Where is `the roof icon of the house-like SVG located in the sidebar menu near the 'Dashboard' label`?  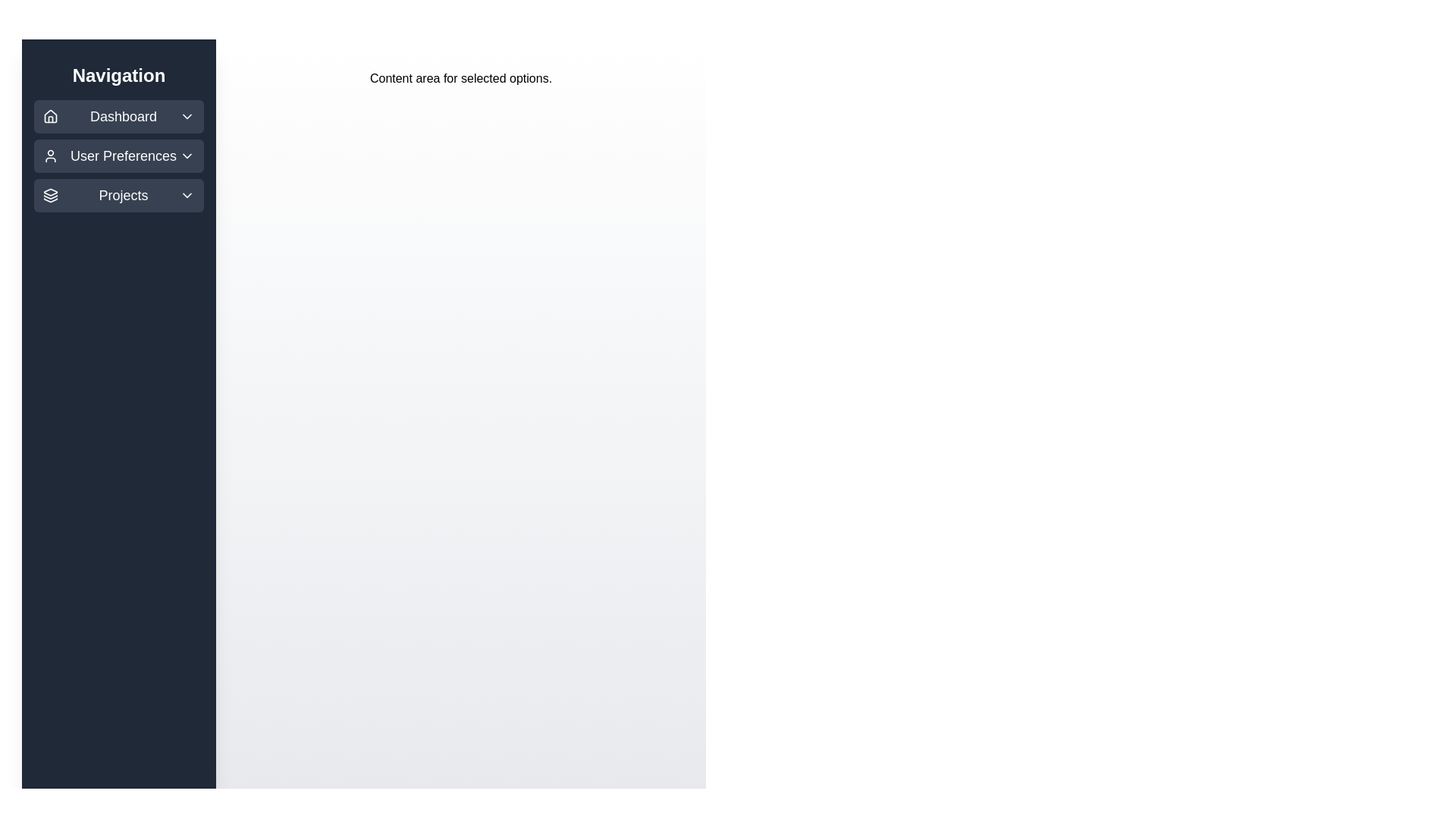
the roof icon of the house-like SVG located in the sidebar menu near the 'Dashboard' label is located at coordinates (51, 115).